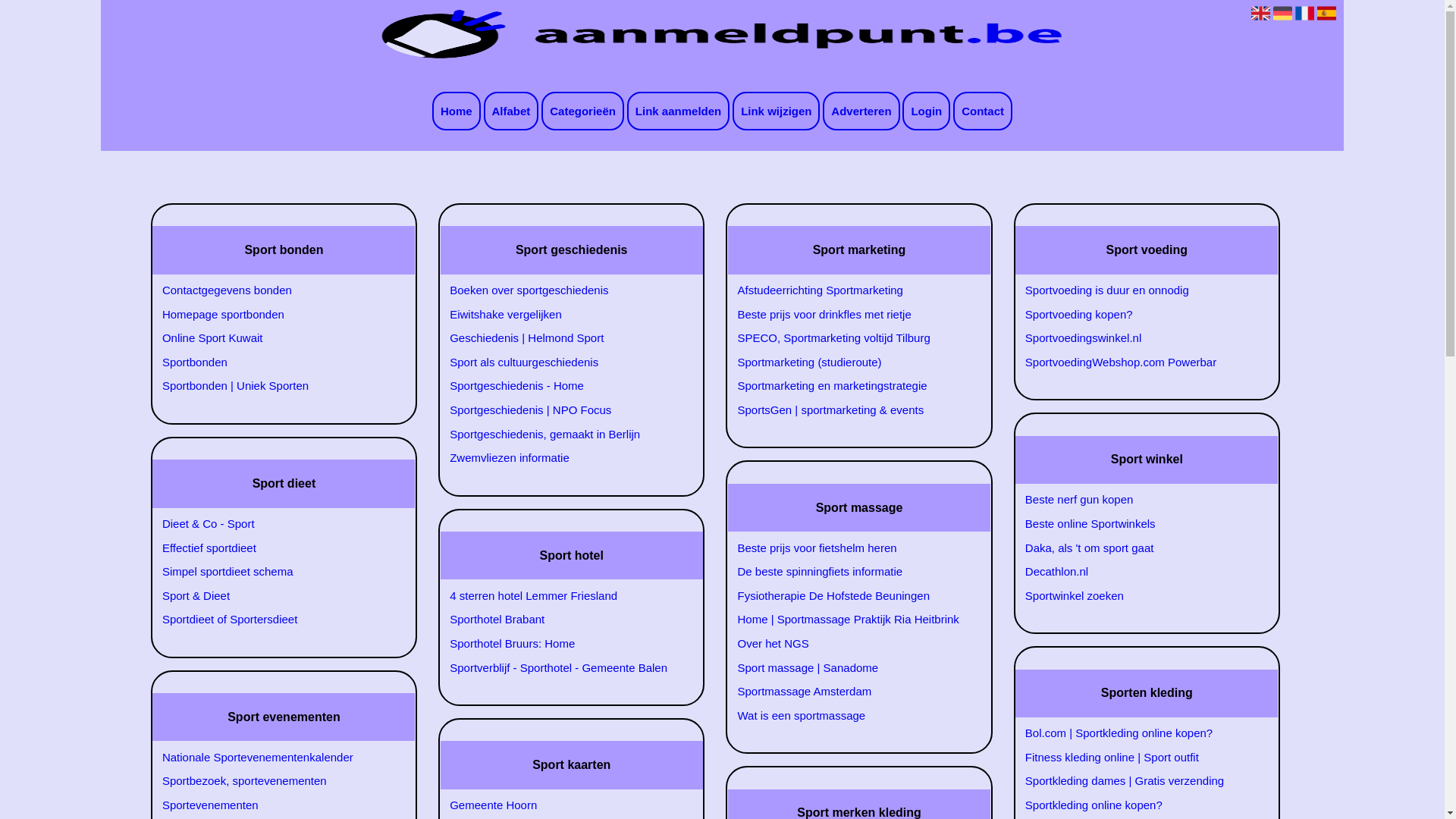 The width and height of the screenshot is (1456, 819). What do you see at coordinates (562, 314) in the screenshot?
I see `'Eiwitshake vergelijken'` at bounding box center [562, 314].